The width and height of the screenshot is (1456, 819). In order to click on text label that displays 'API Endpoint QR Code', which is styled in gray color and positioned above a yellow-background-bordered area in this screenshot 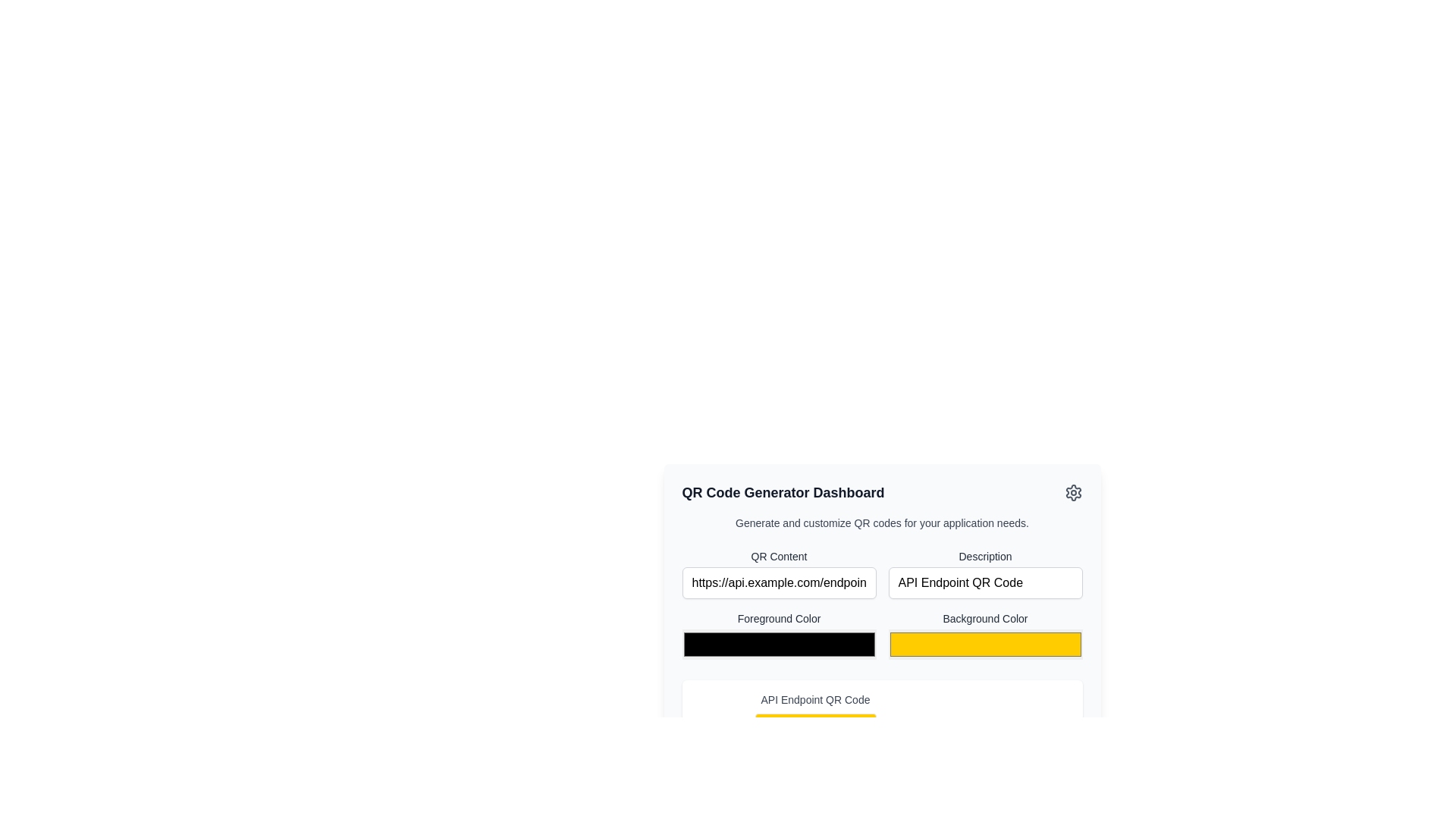, I will do `click(814, 699)`.